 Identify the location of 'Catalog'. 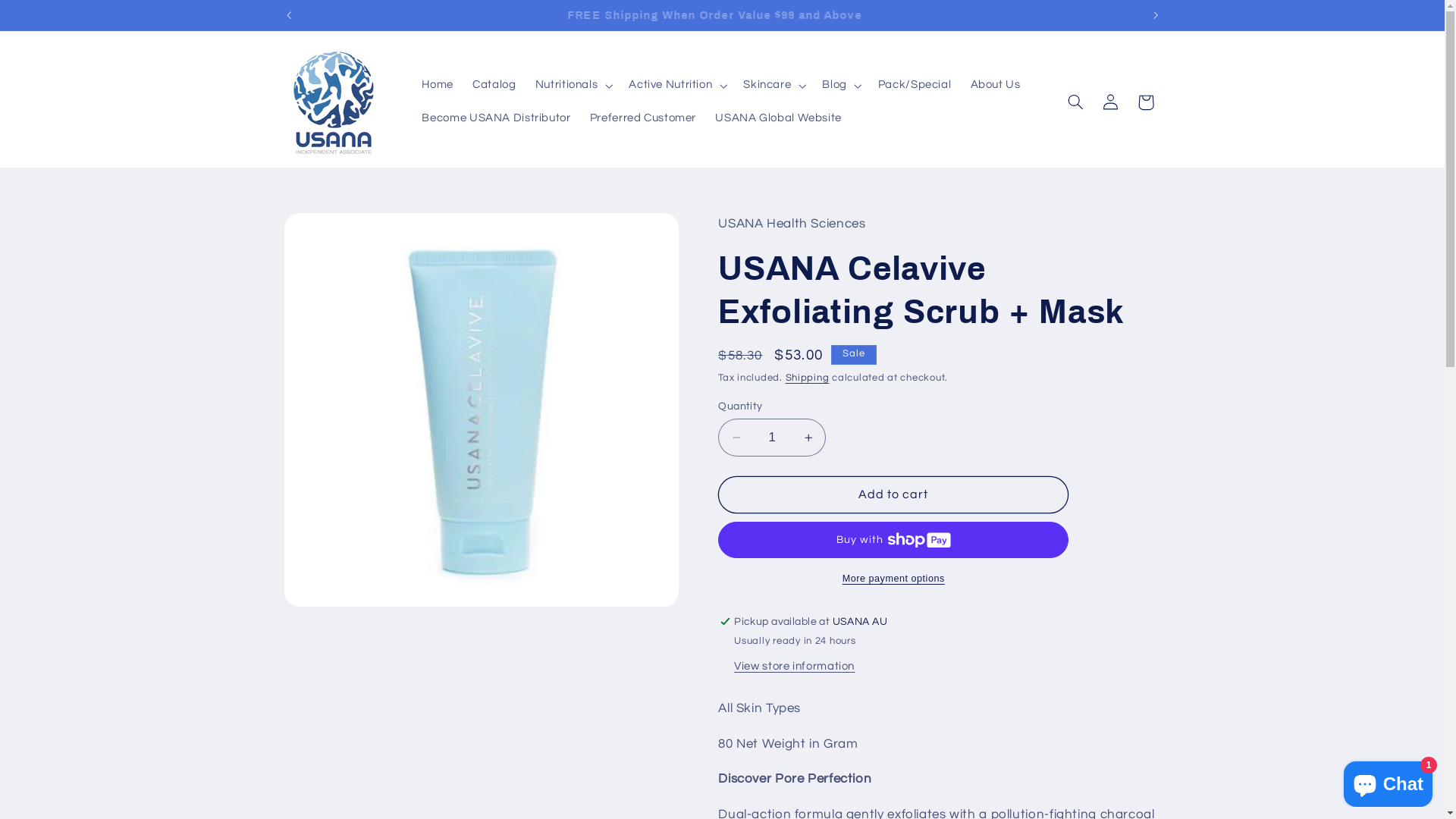
(494, 85).